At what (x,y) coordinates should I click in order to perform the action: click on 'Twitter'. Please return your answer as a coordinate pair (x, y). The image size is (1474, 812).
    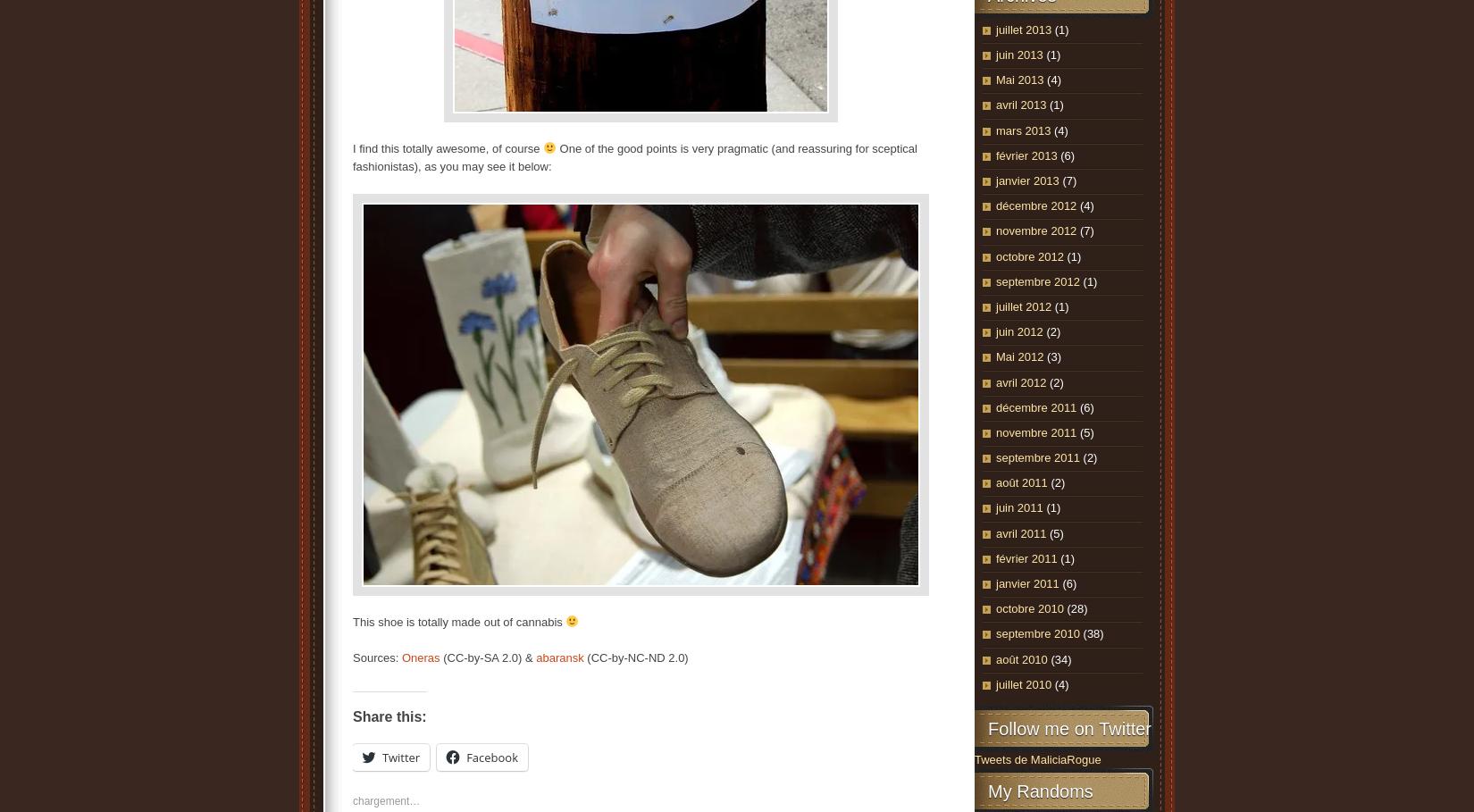
    Looking at the image, I should click on (399, 756).